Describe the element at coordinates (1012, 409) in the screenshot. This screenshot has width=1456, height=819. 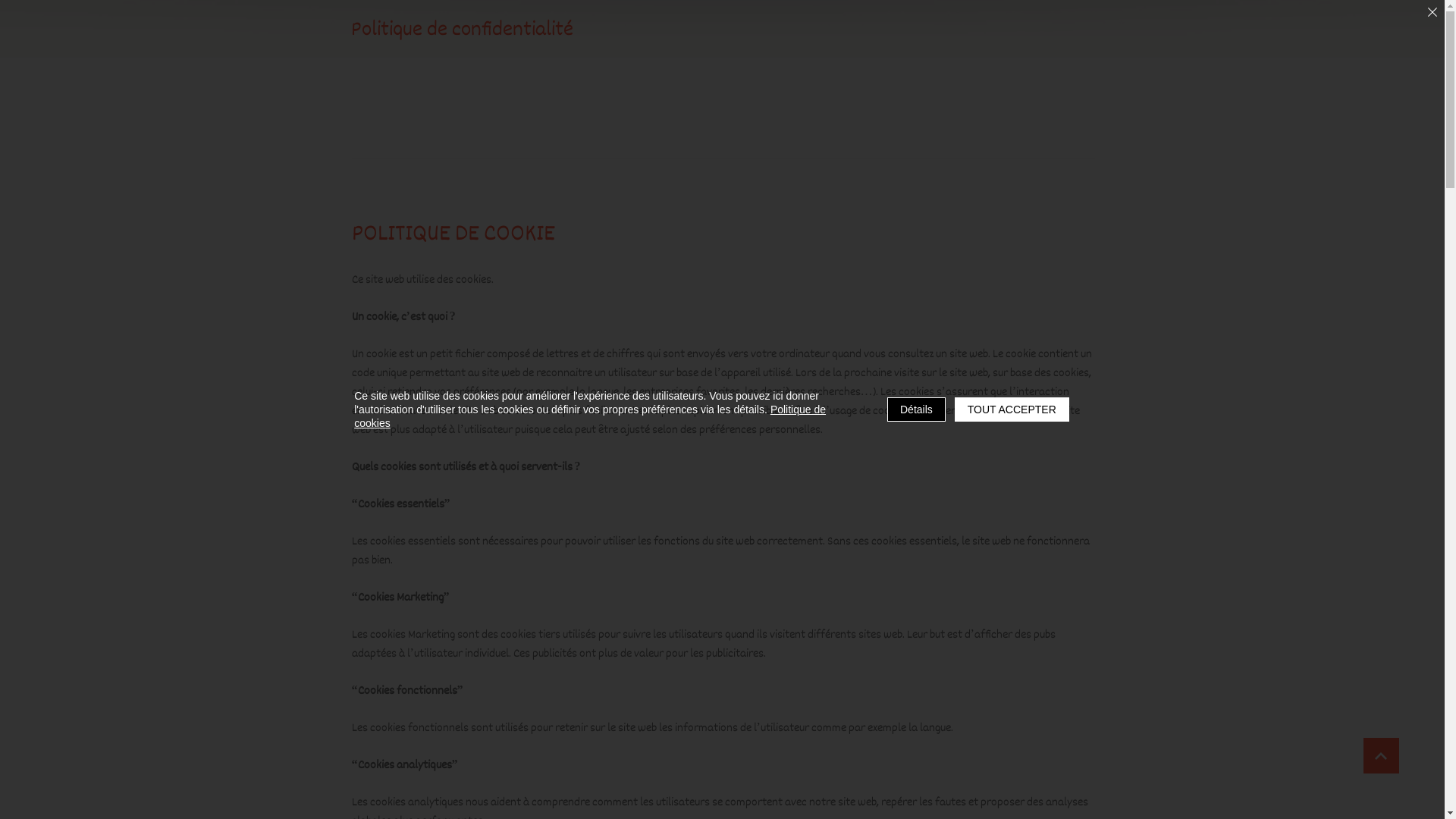
I see `'TOUT ACCEPTER'` at that location.